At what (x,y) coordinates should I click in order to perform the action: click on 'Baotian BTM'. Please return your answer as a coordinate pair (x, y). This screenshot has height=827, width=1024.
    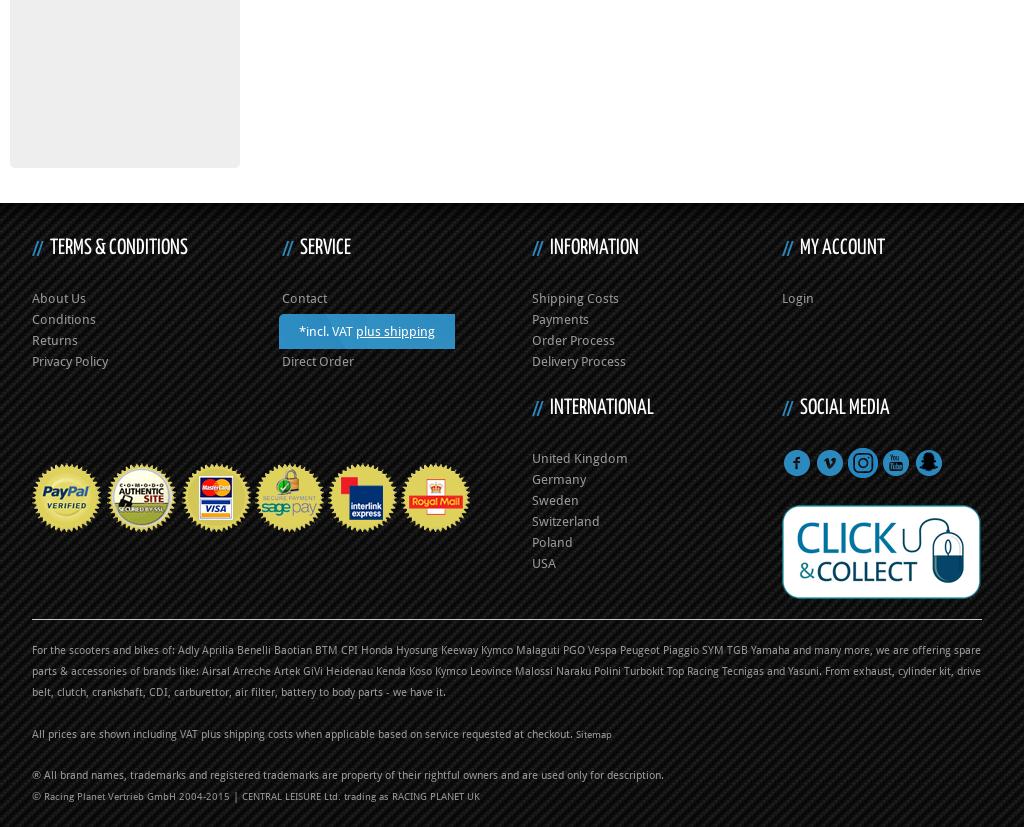
    Looking at the image, I should click on (304, 649).